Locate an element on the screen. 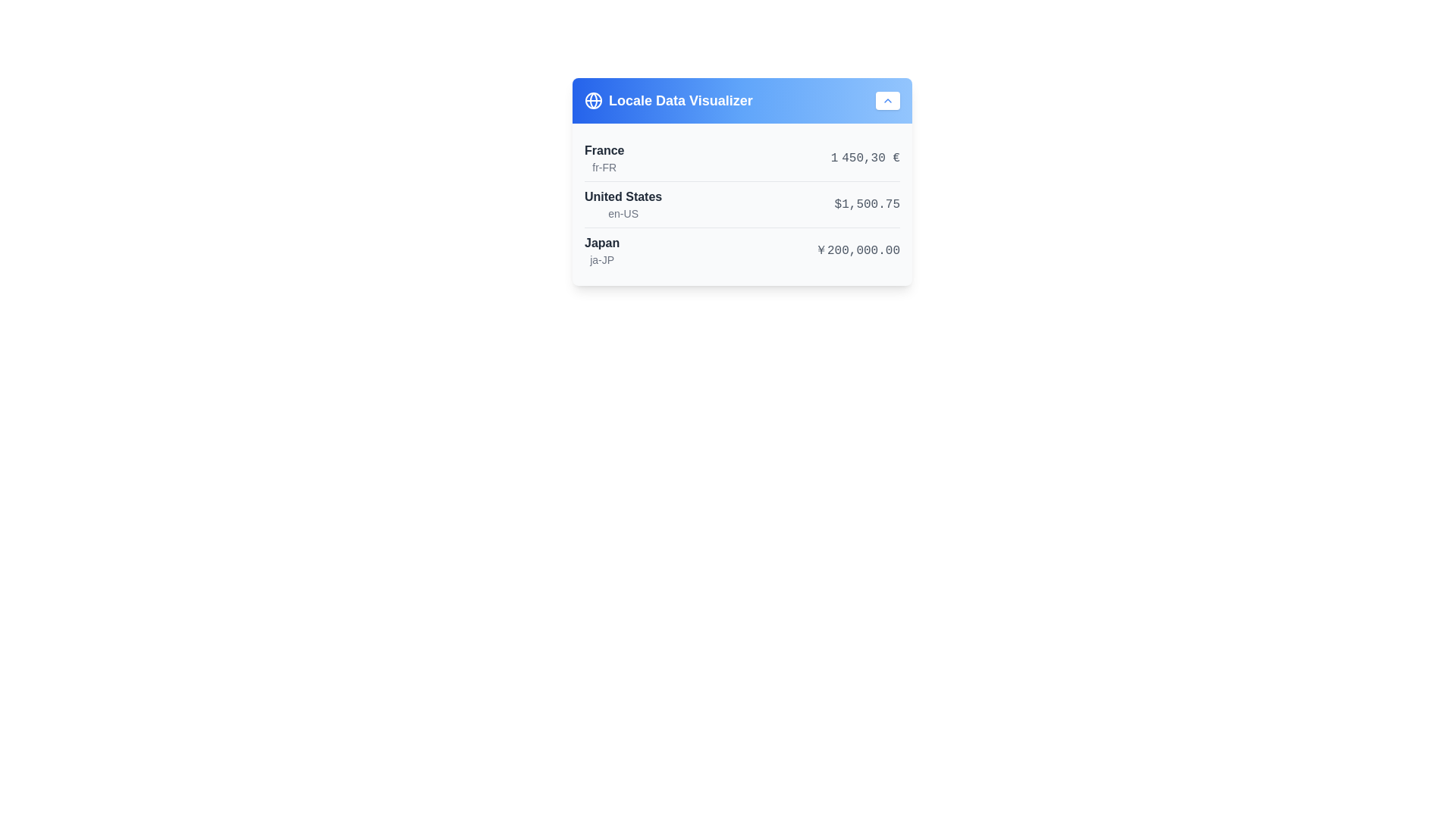 The height and width of the screenshot is (819, 1456). the Text Label indicating 'United States' in the 'Locale Data Visualizer' modal, which is the first text instance in its row, positioned above the 'en-US' text is located at coordinates (623, 196).